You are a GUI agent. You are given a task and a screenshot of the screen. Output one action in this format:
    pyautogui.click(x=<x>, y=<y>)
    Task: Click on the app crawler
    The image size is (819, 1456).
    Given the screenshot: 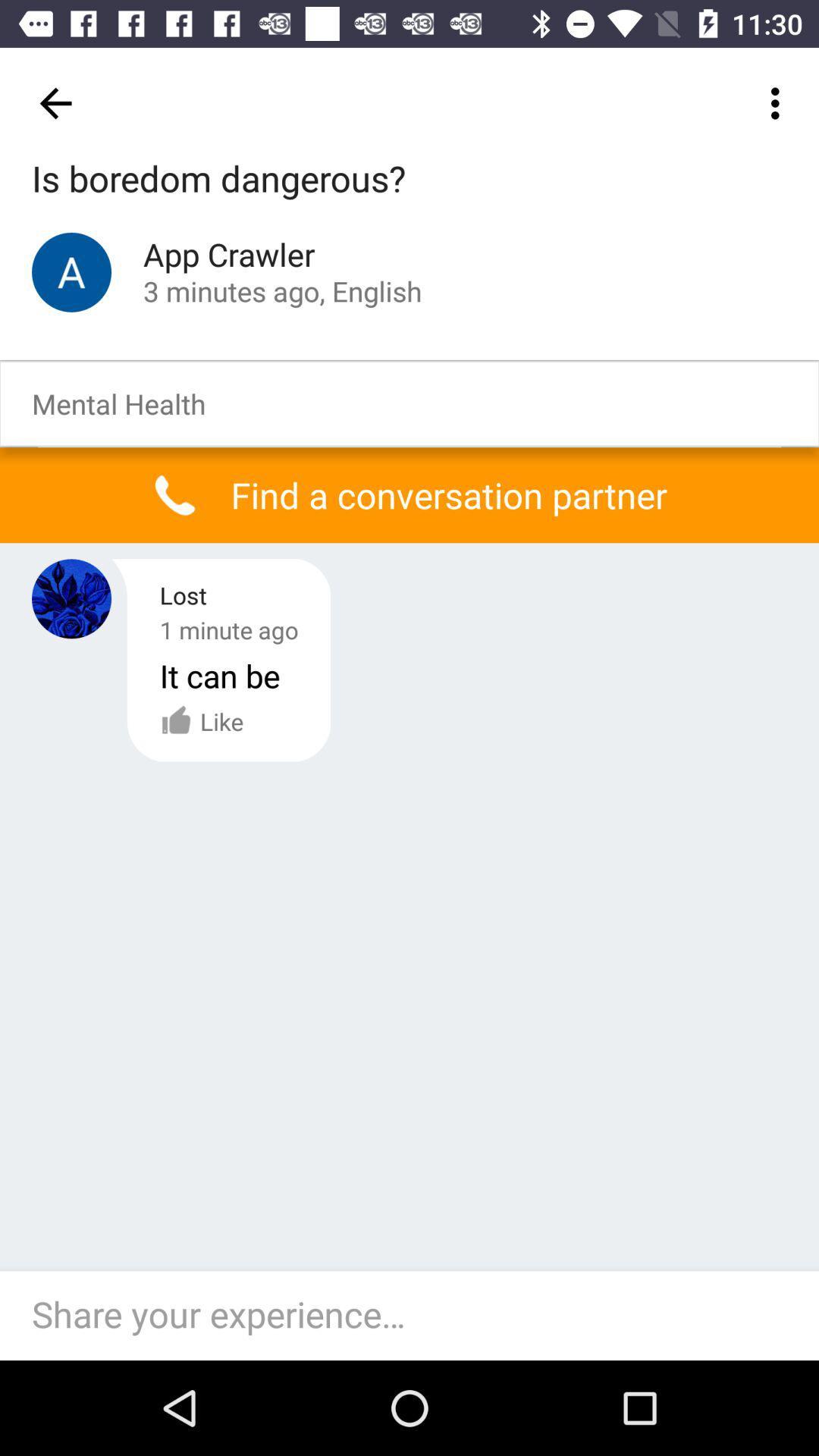 What is the action you would take?
    pyautogui.click(x=71, y=272)
    